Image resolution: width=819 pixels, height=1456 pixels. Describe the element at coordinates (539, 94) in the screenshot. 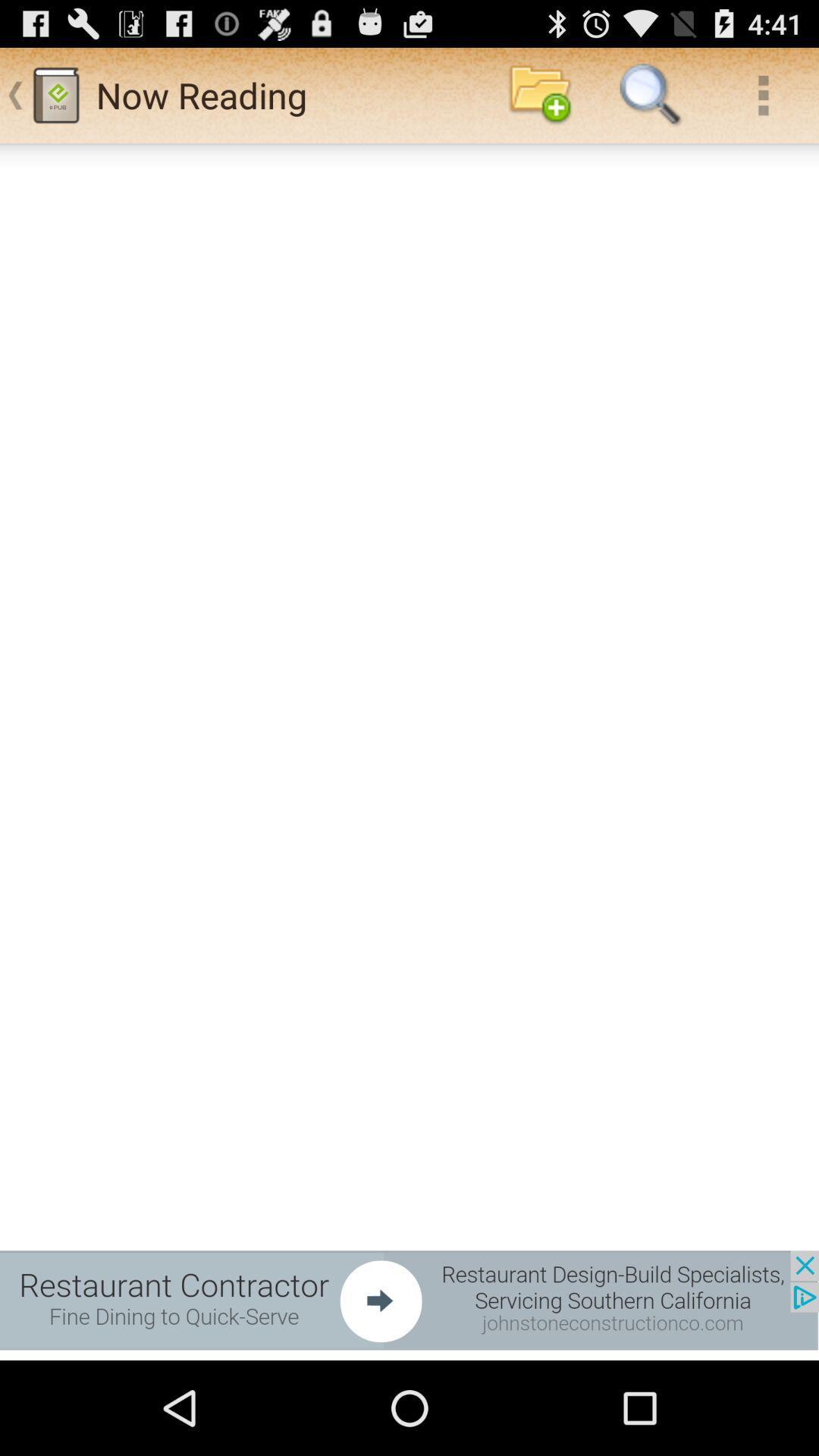

I see `app next to now reading app` at that location.